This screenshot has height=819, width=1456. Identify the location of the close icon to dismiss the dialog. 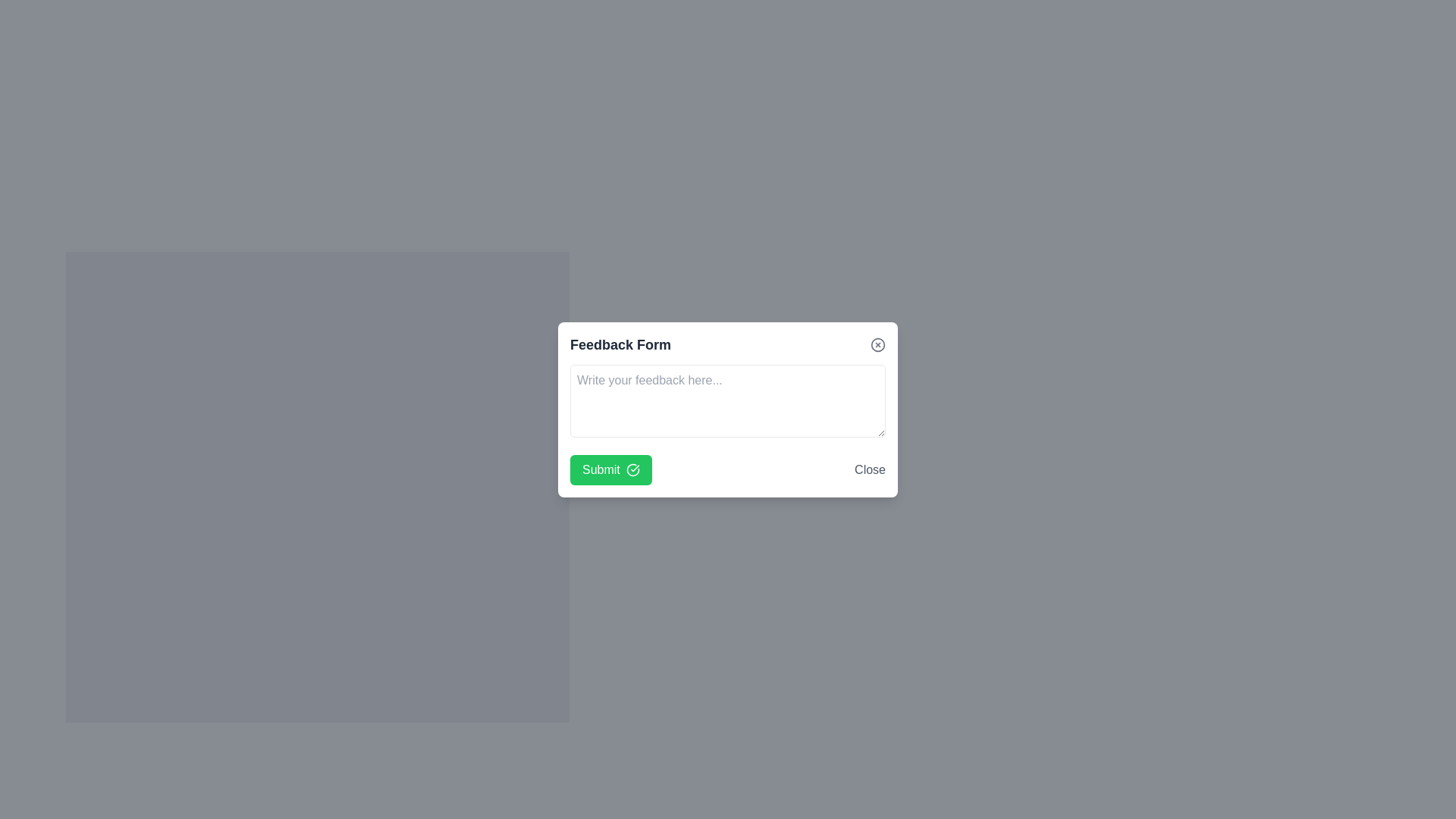
(877, 344).